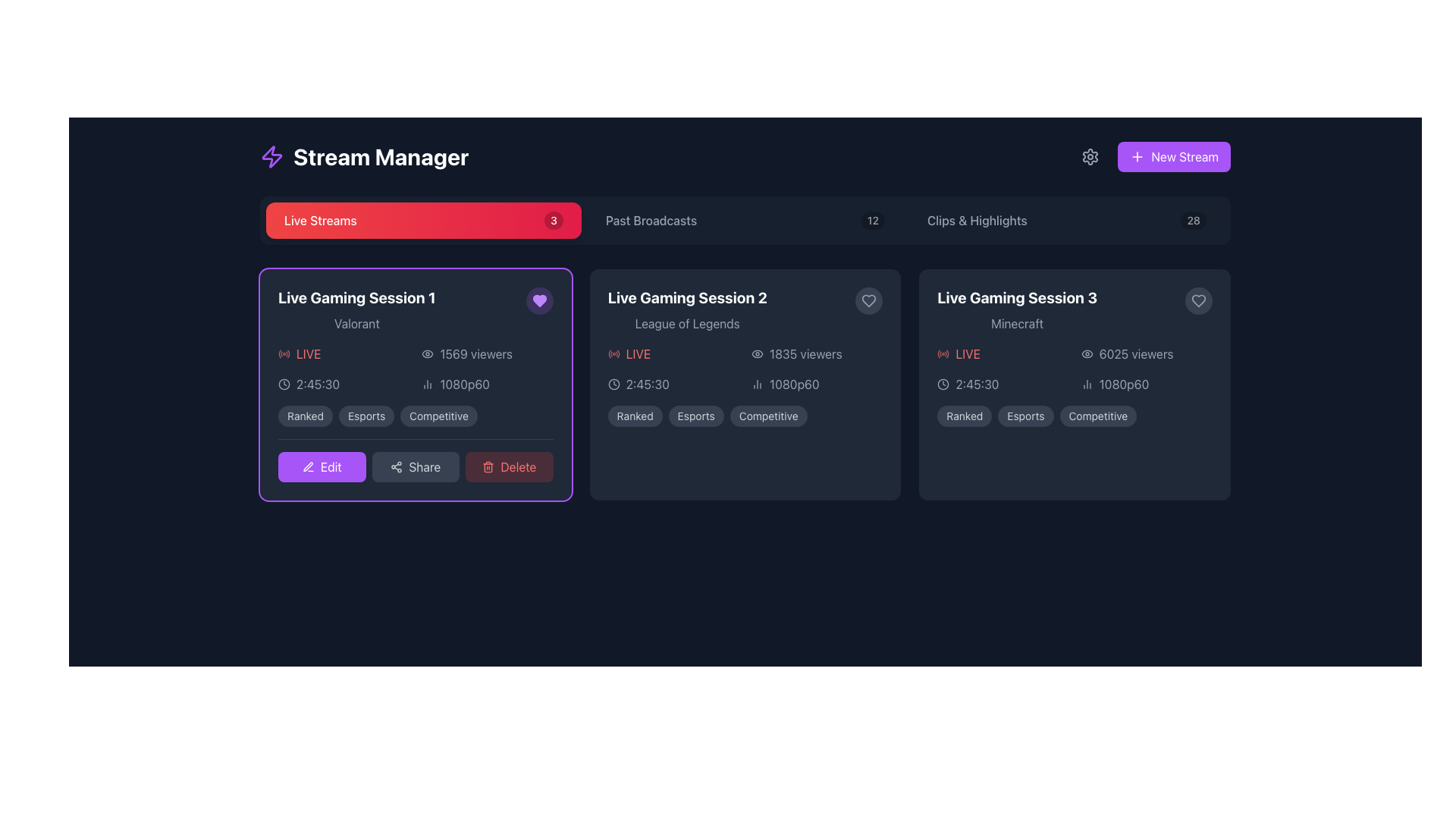 This screenshot has height=819, width=1456. What do you see at coordinates (686, 309) in the screenshot?
I see `text displayed in the Text component that shows 'Live Gaming Session 2' and 'League of Legends', which is located in the upper area of the middle card in the 'Live Streams' section` at bounding box center [686, 309].